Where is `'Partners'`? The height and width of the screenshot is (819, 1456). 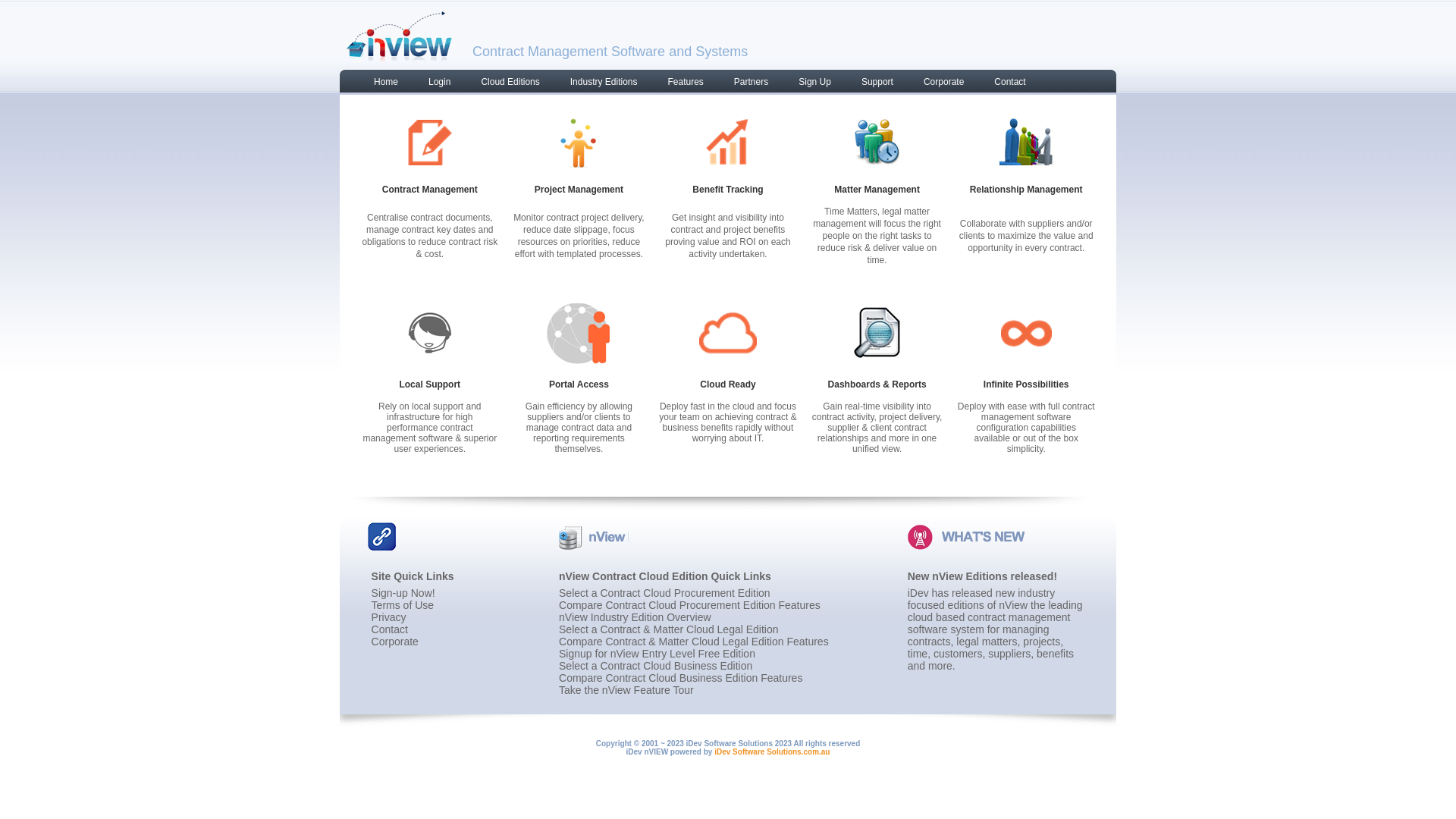 'Partners' is located at coordinates (710, 84).